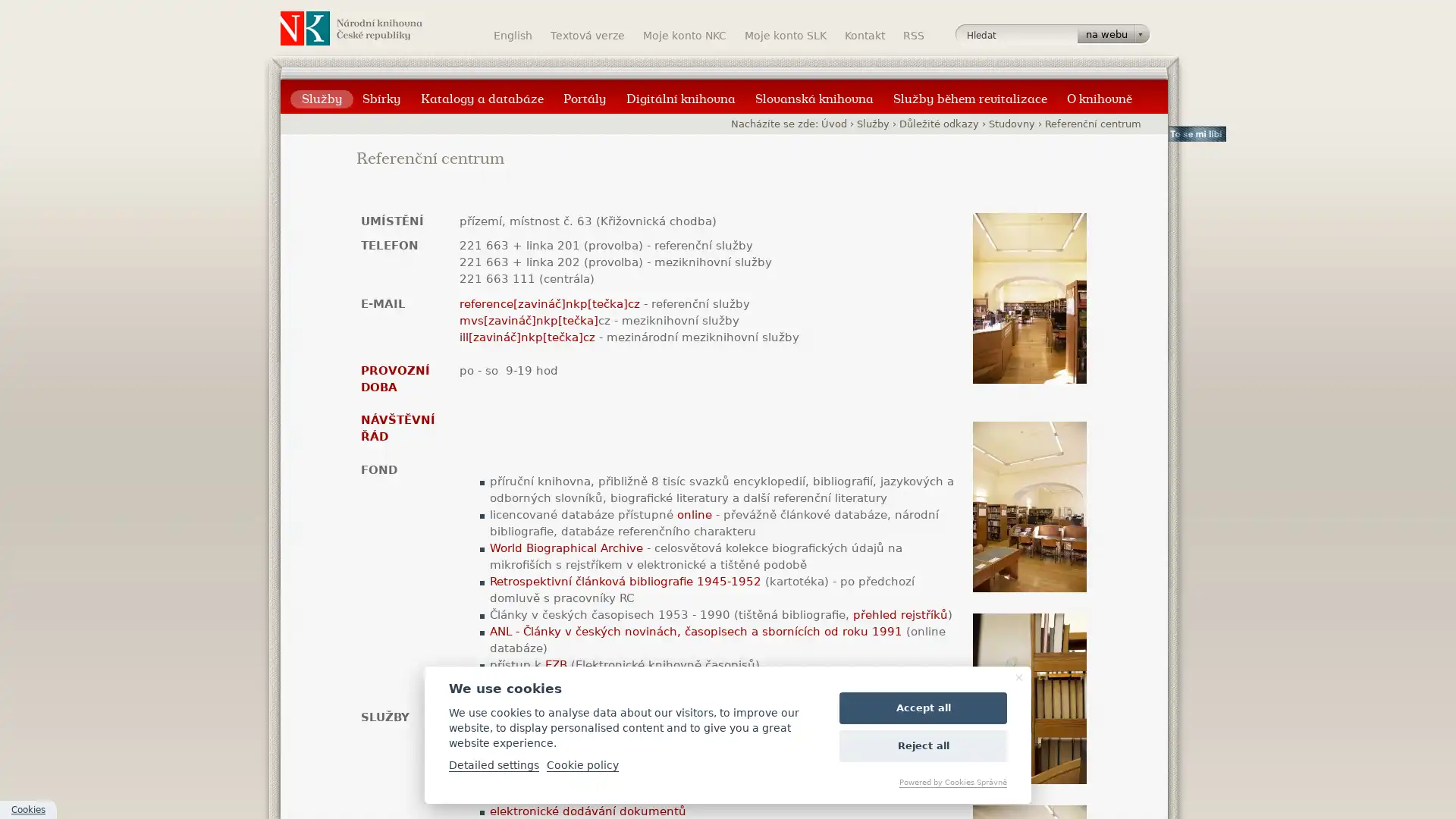 The height and width of the screenshot is (819, 1456). Describe the element at coordinates (922, 708) in the screenshot. I see `Accept all` at that location.